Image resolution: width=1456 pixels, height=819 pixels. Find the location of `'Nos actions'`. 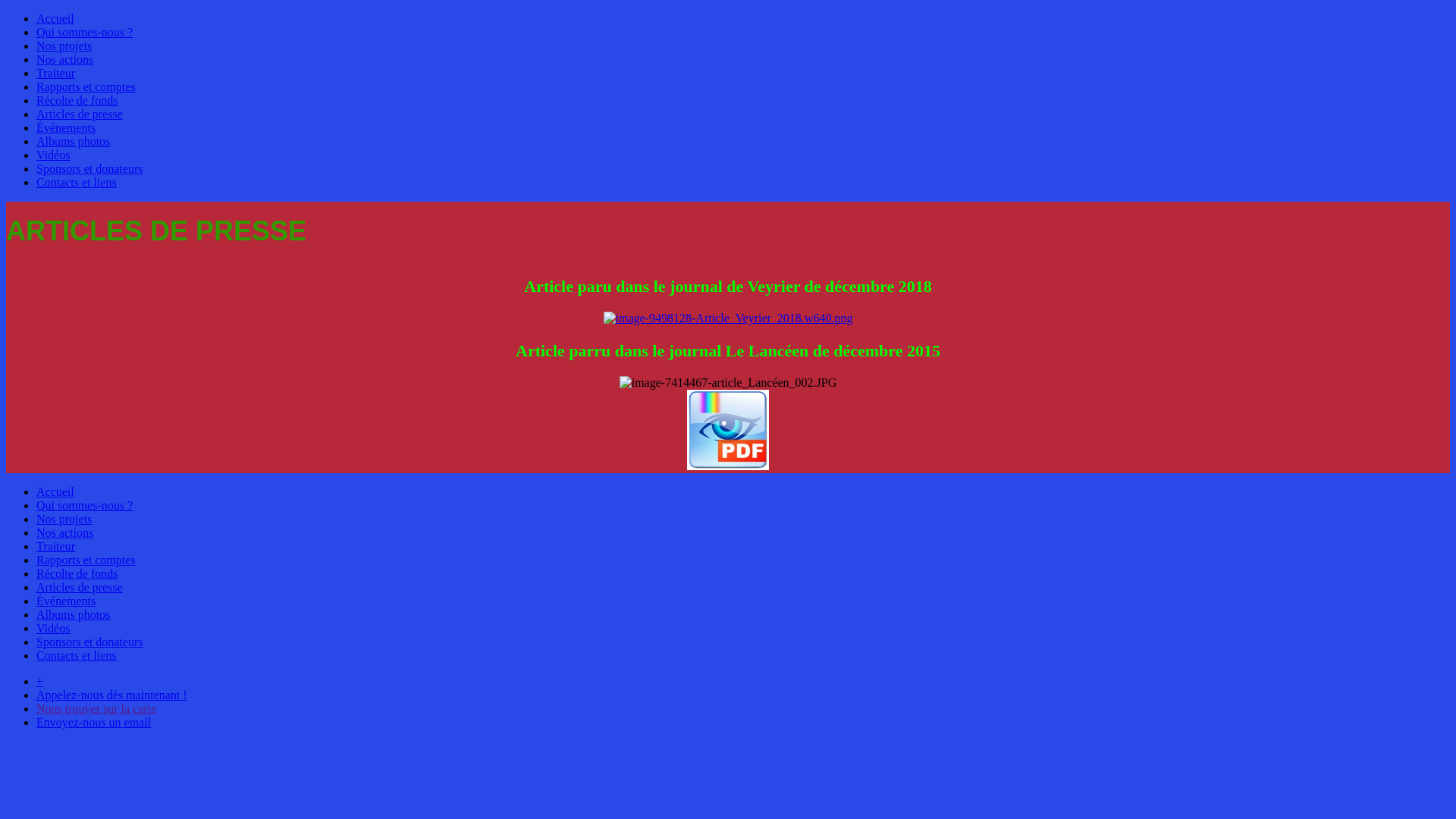

'Nos actions' is located at coordinates (64, 532).